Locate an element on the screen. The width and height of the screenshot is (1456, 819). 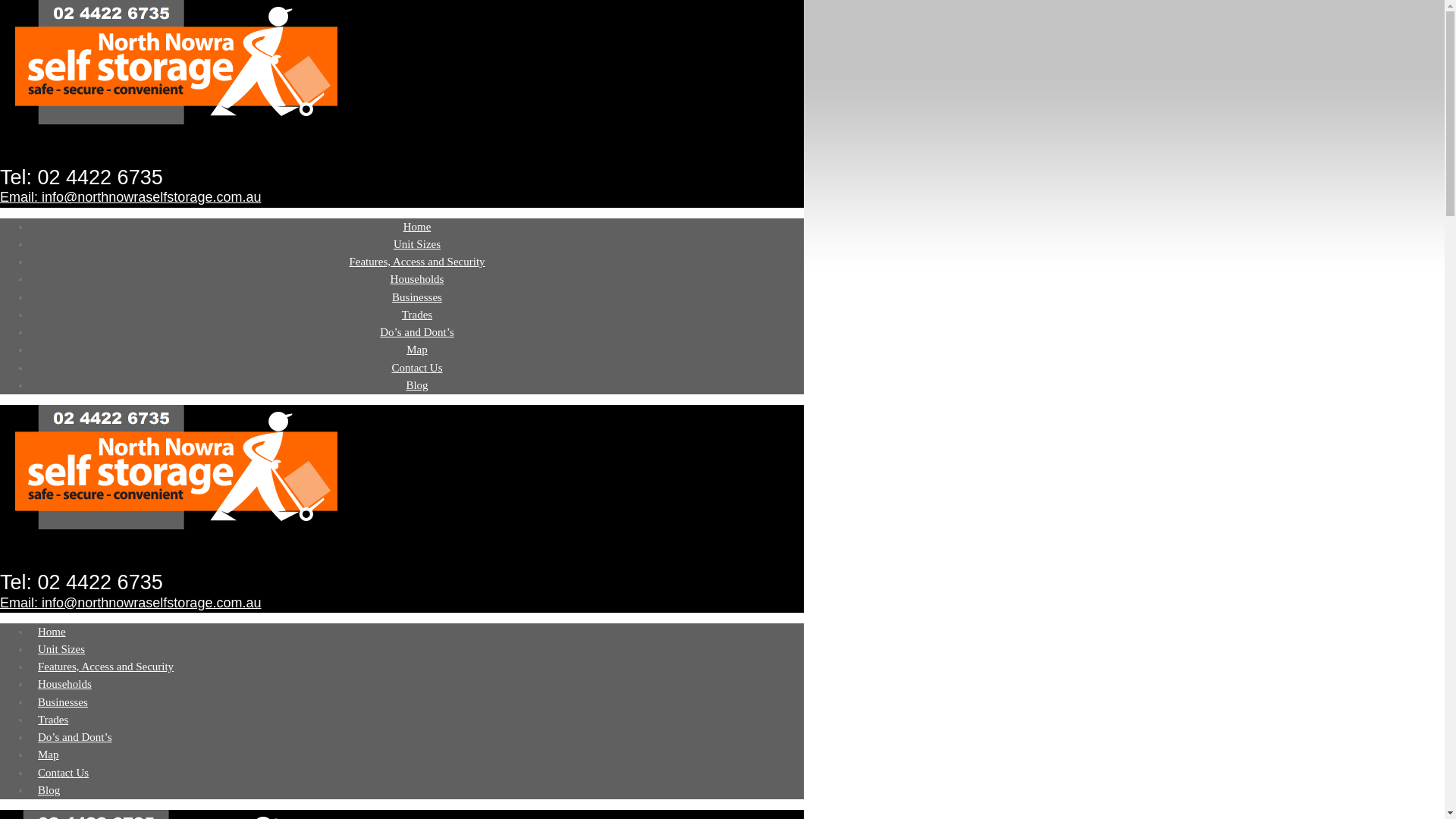
'Households' is located at coordinates (30, 684).